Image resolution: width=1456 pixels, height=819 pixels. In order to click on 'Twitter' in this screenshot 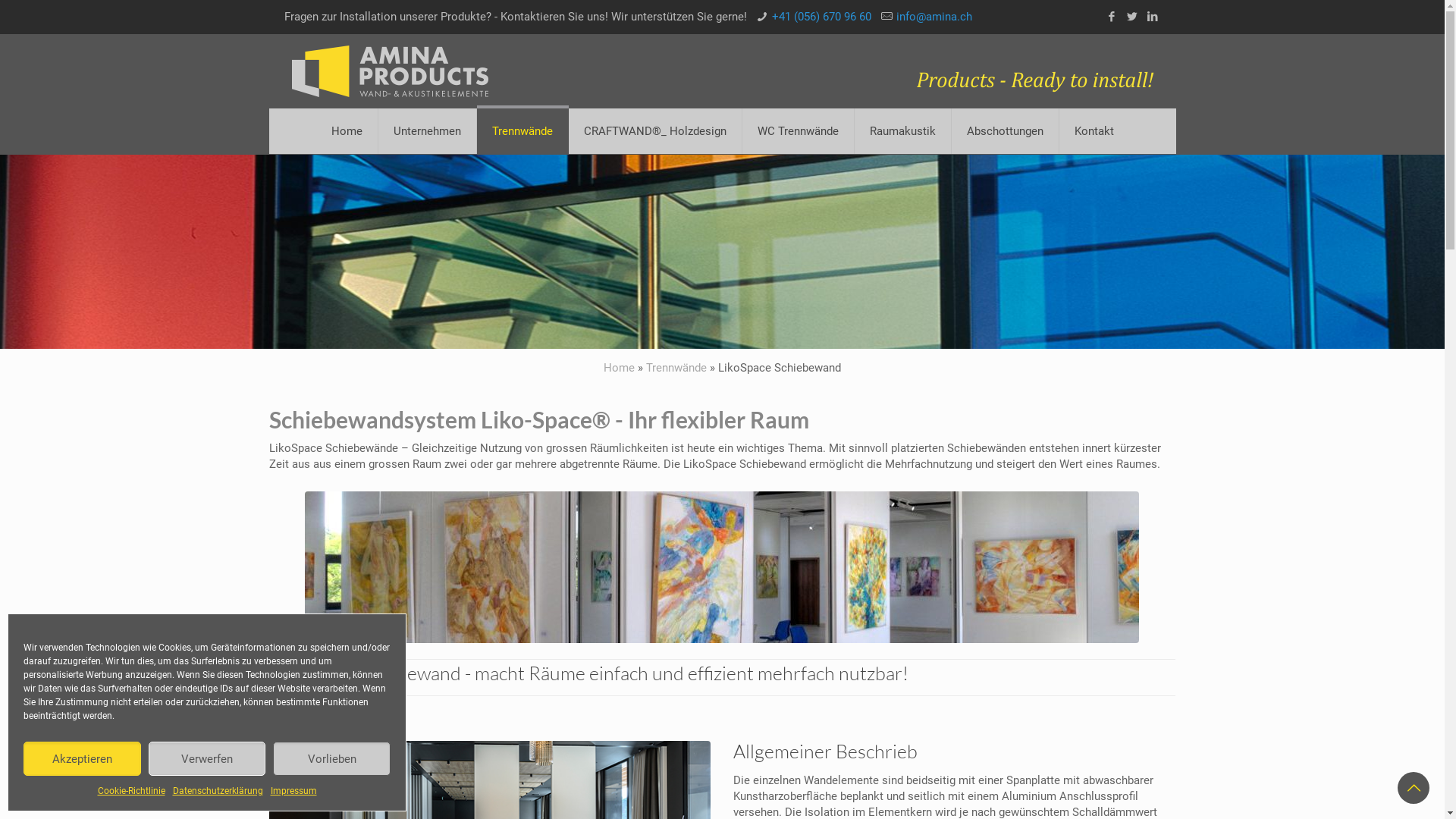, I will do `click(1131, 17)`.